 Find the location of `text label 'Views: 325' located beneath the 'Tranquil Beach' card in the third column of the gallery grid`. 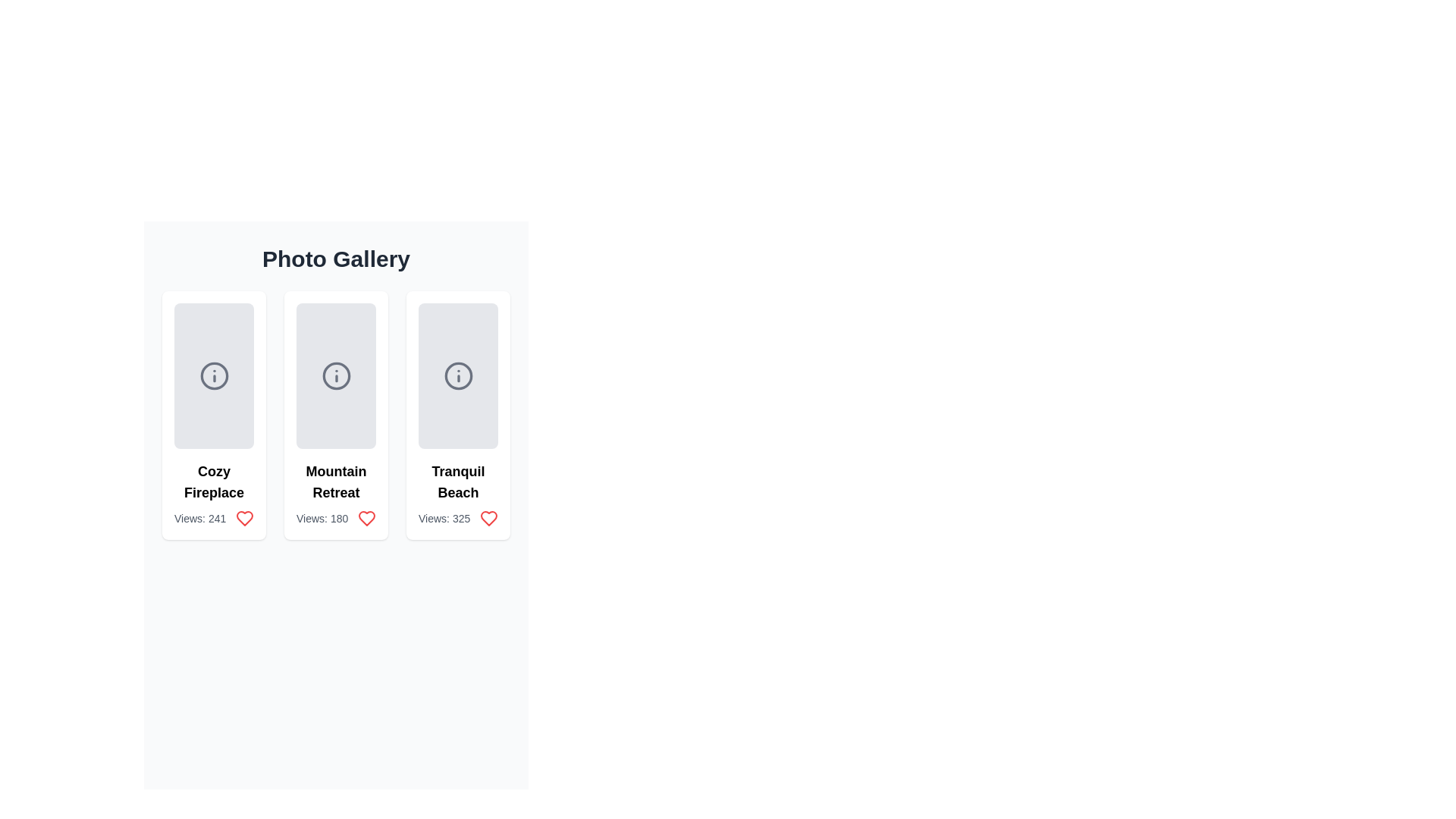

text label 'Views: 325' located beneath the 'Tranquil Beach' card in the third column of the gallery grid is located at coordinates (444, 517).